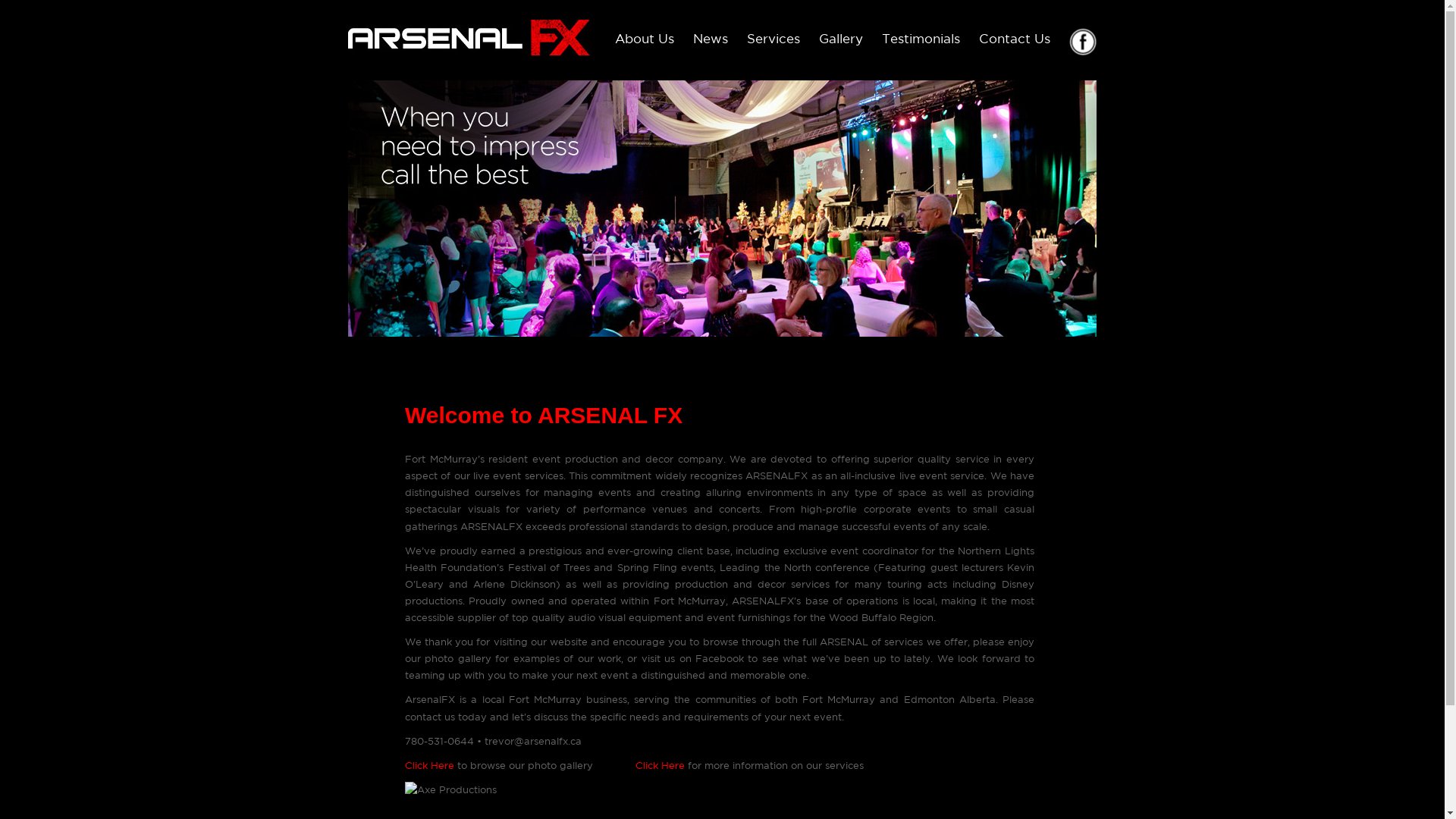 Image resolution: width=1456 pixels, height=819 pixels. I want to click on 'Contact Us', so click(1015, 37).